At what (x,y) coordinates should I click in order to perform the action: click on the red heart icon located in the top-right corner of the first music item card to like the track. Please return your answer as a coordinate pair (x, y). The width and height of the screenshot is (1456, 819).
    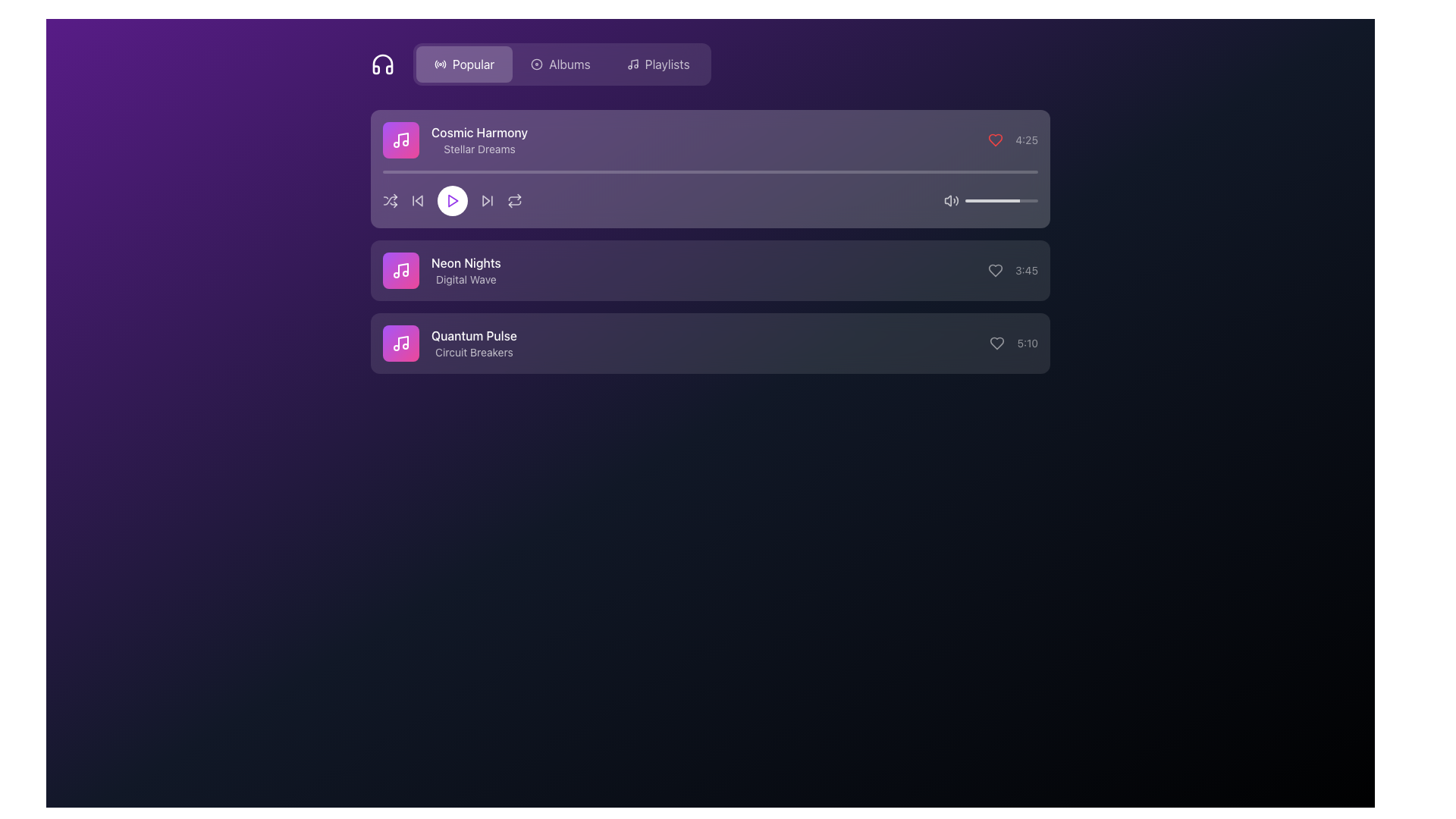
    Looking at the image, I should click on (1013, 140).